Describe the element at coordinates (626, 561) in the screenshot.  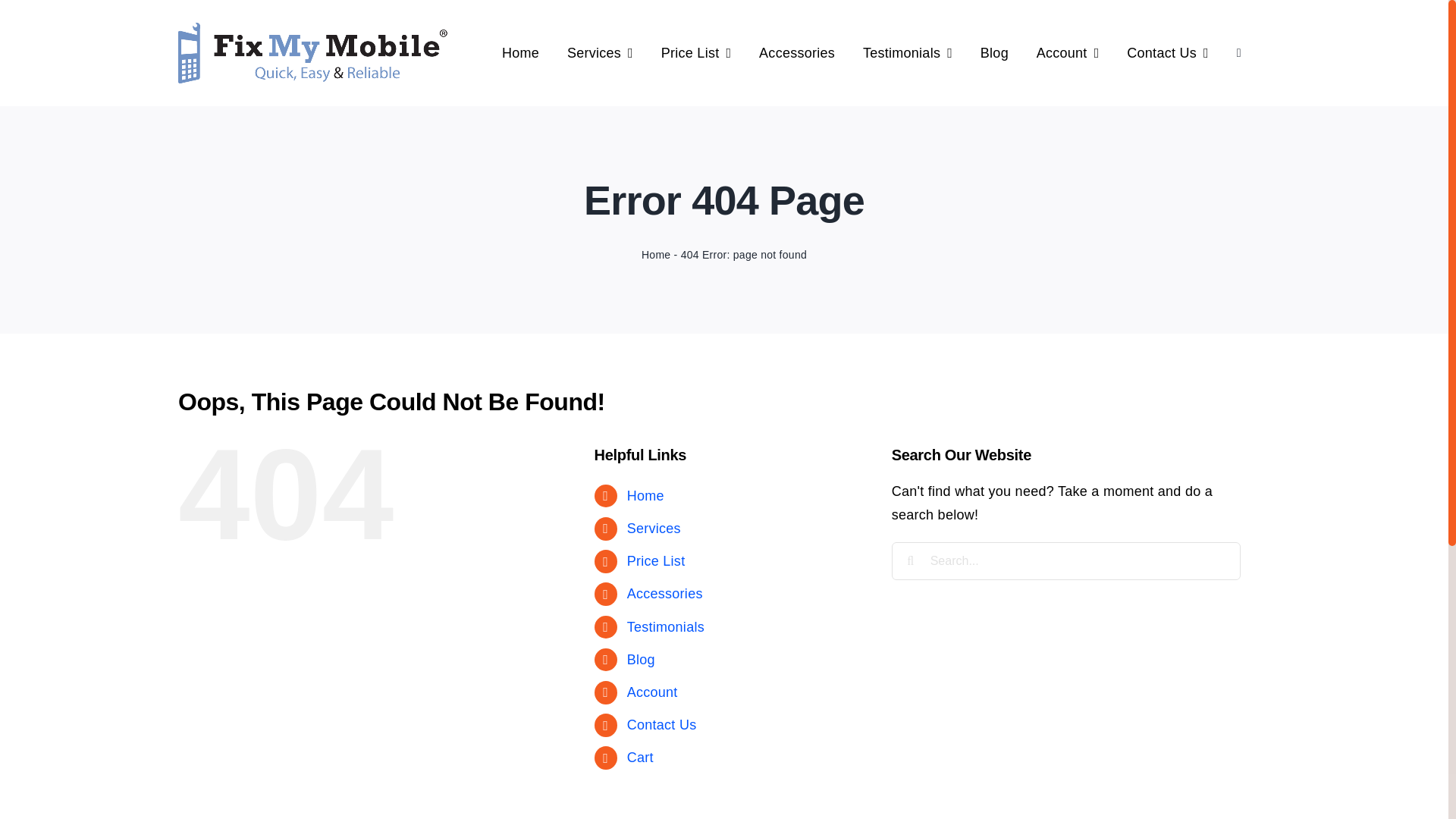
I see `'Price List'` at that location.